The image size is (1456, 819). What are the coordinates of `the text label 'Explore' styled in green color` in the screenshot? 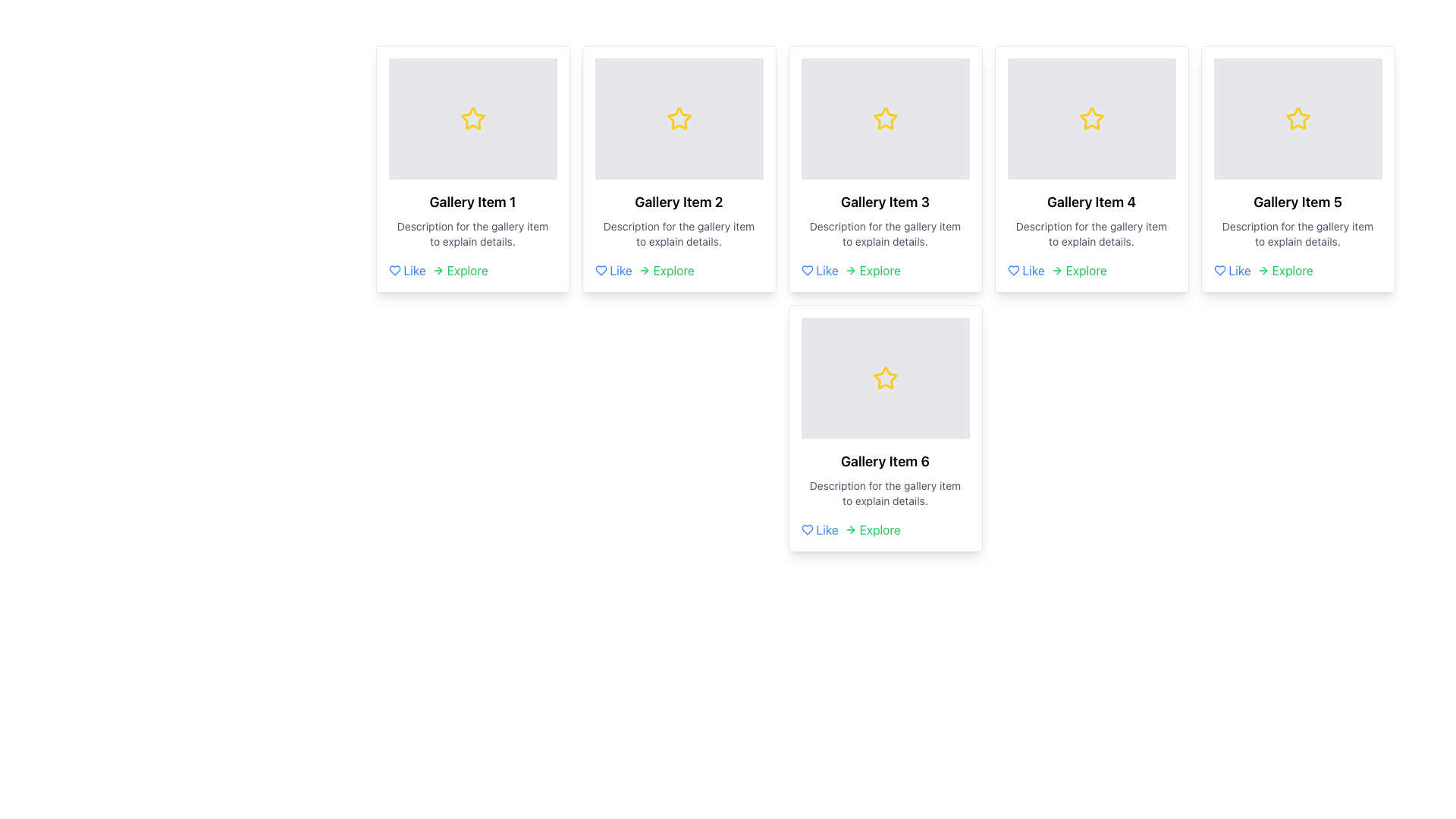 It's located at (666, 270).